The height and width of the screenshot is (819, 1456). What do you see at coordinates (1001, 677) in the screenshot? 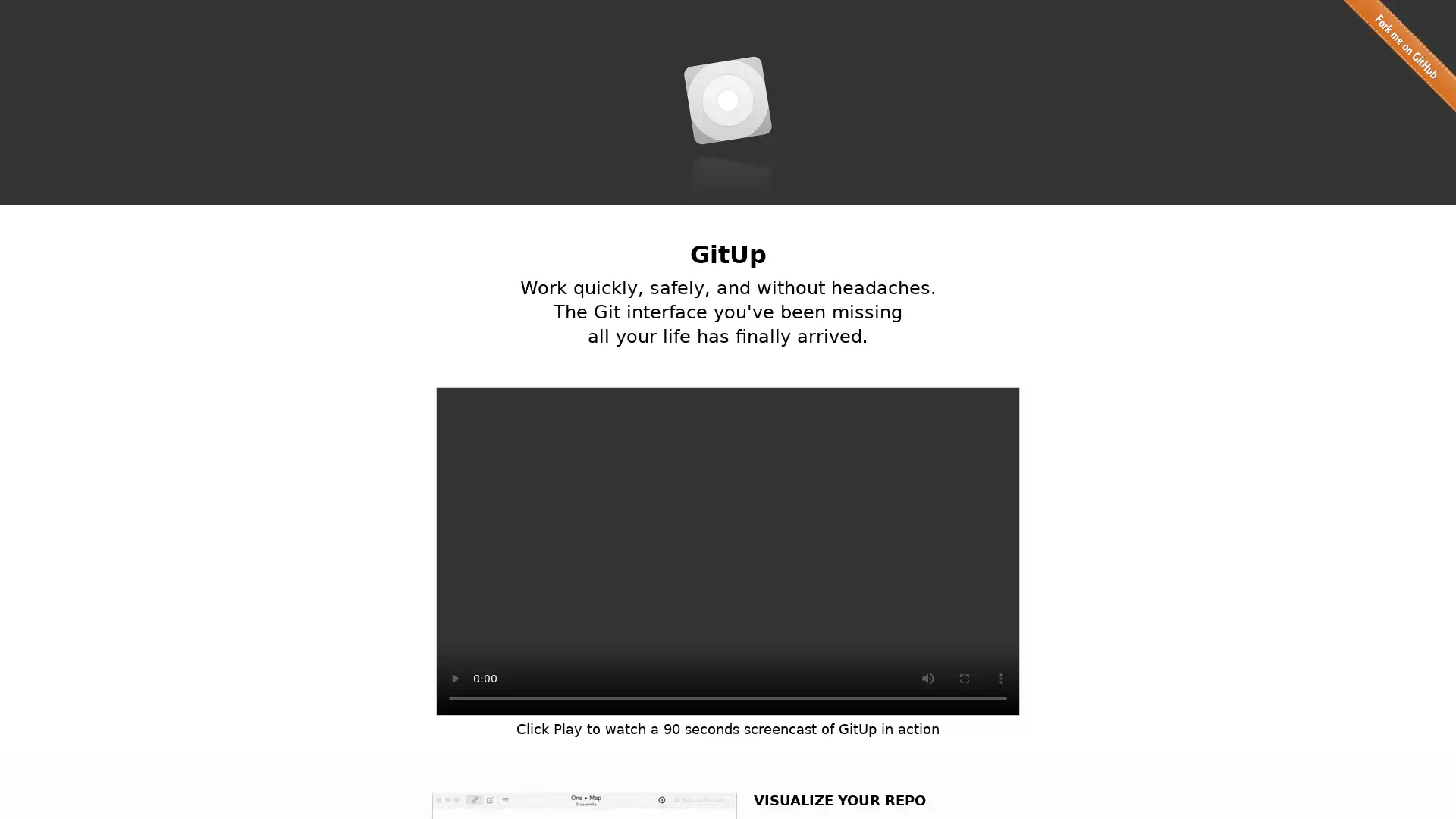
I see `show more media controls` at bounding box center [1001, 677].